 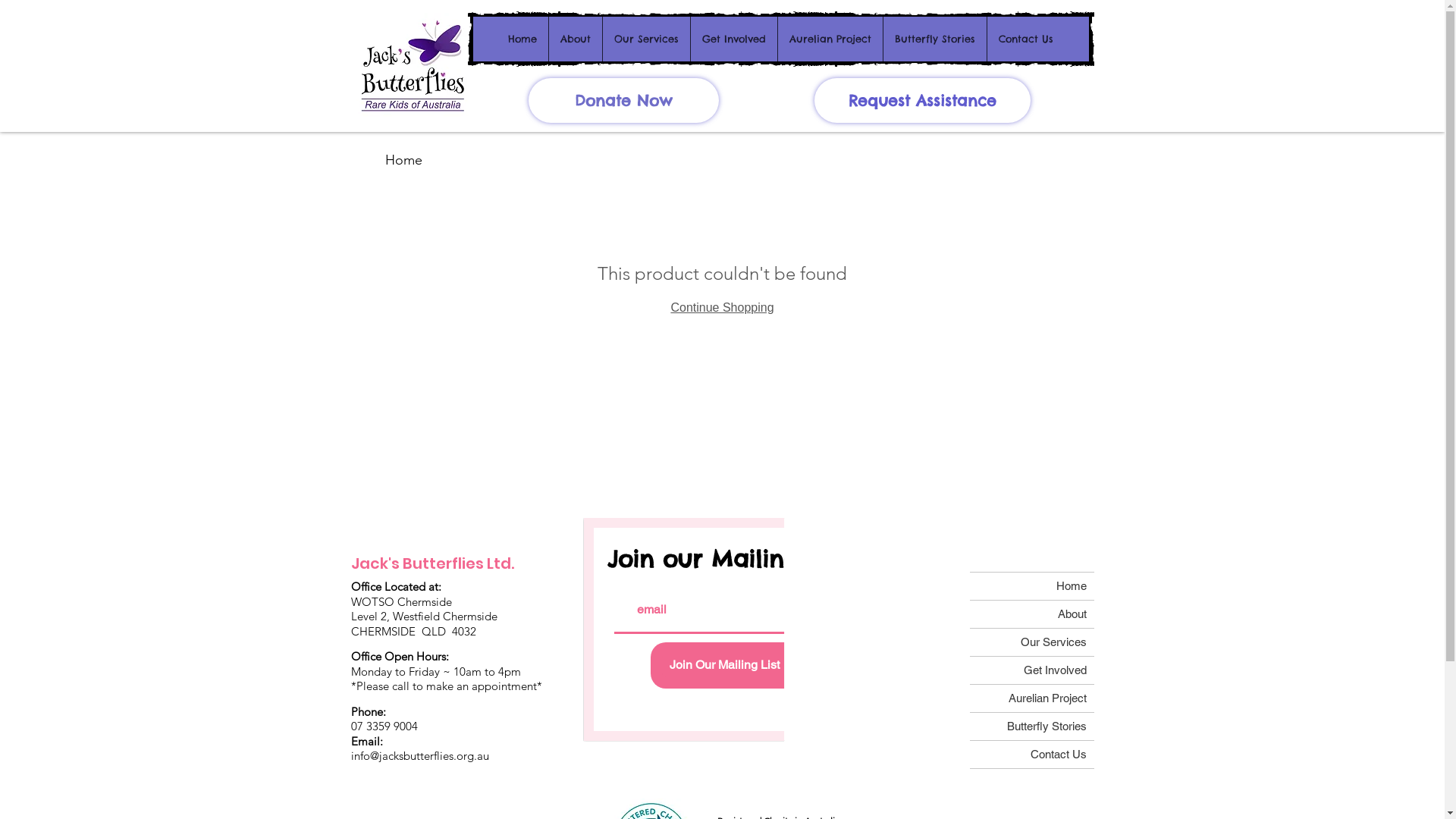 What do you see at coordinates (1031, 725) in the screenshot?
I see `'Butterfly Stories'` at bounding box center [1031, 725].